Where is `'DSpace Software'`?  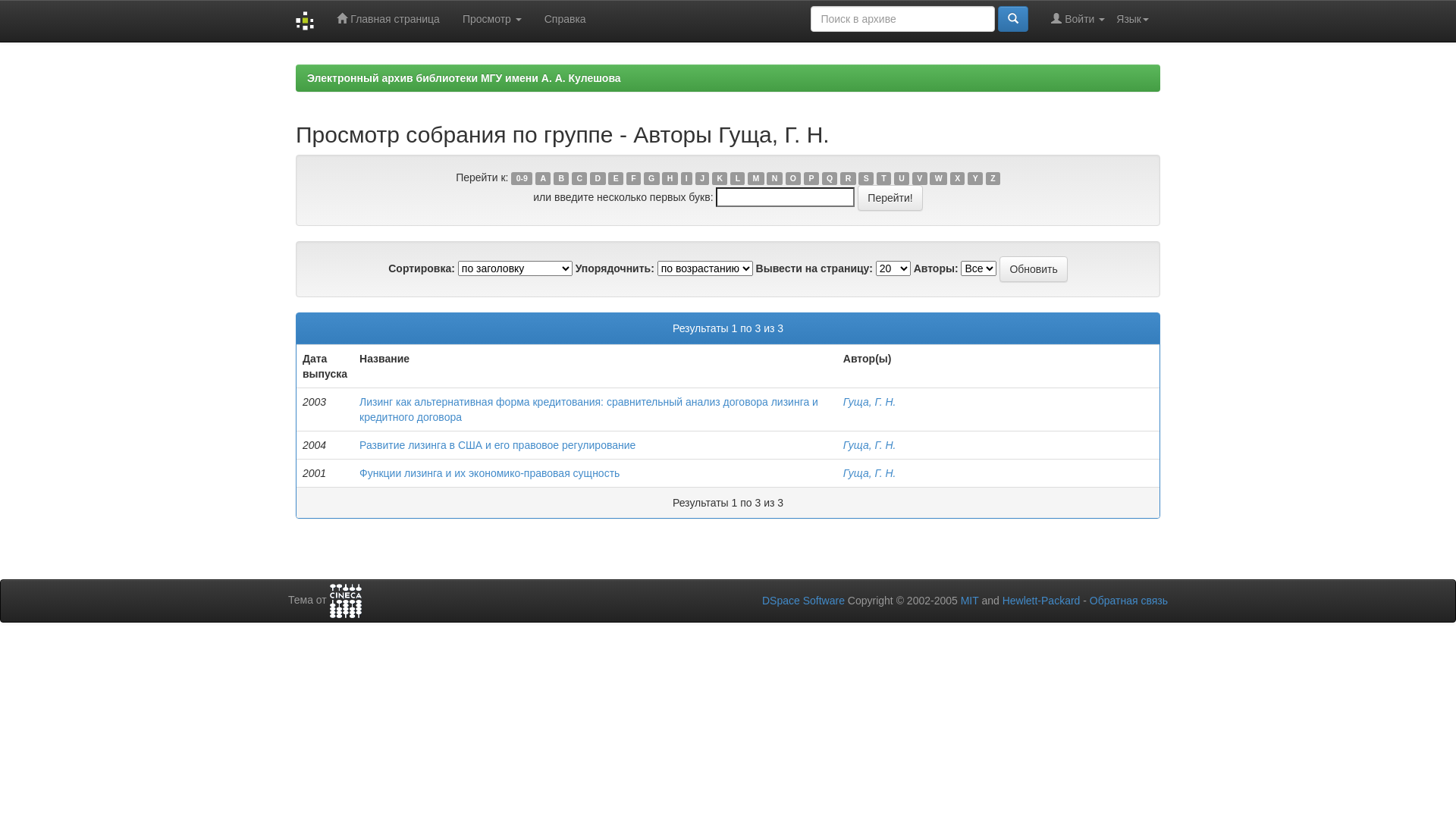 'DSpace Software' is located at coordinates (802, 599).